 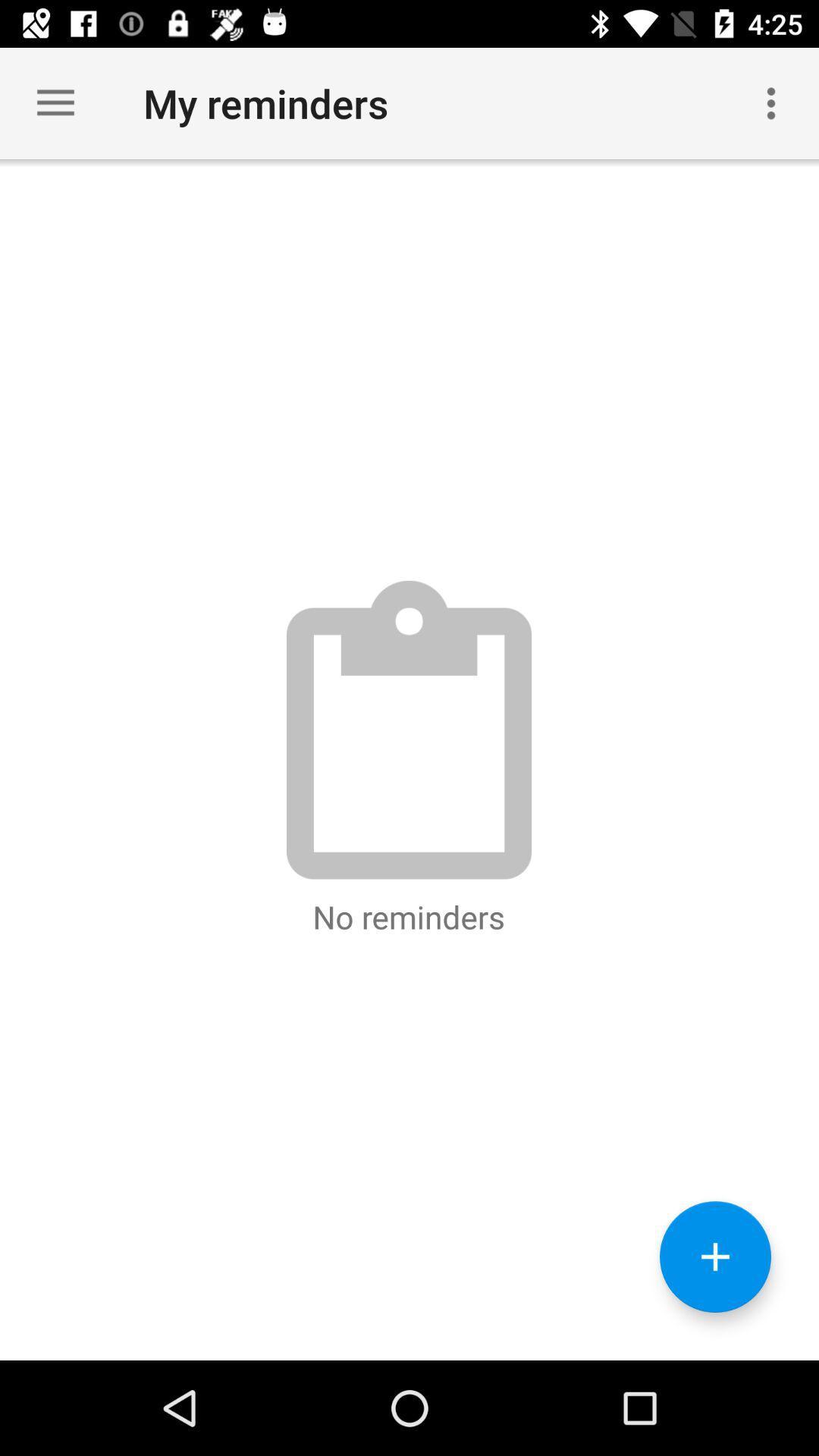 I want to click on item to the right of my reminders icon, so click(x=771, y=102).